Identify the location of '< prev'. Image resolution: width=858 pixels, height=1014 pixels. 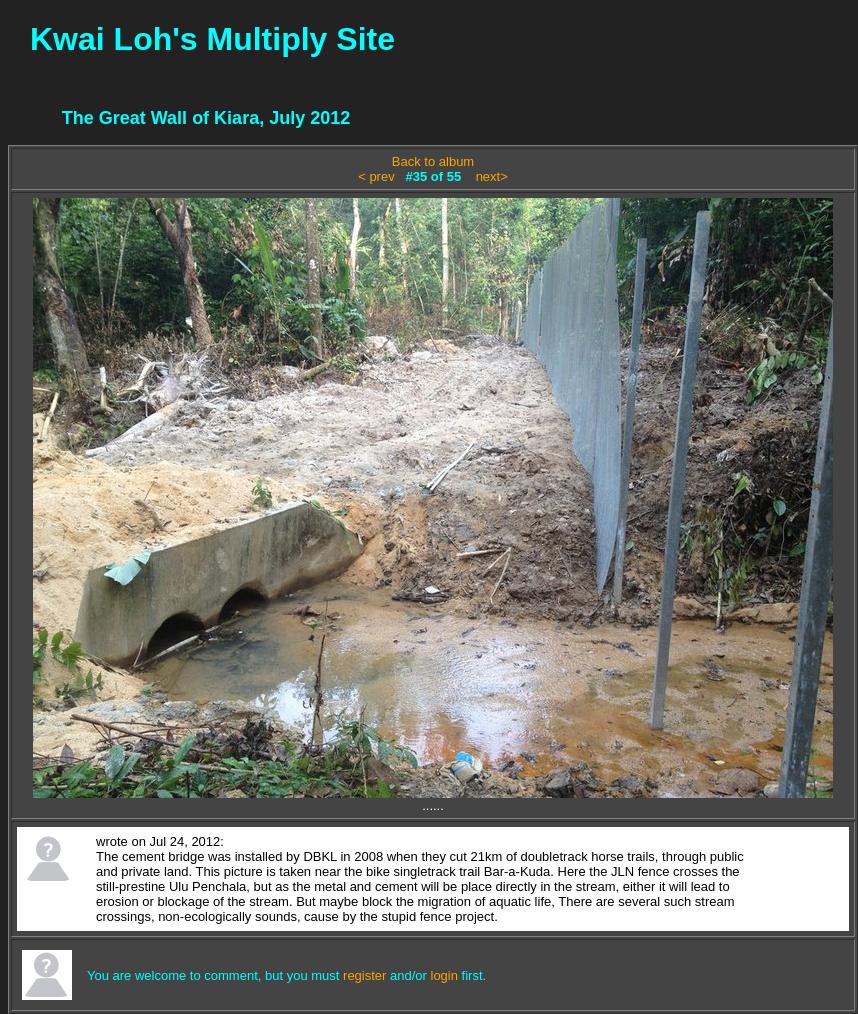
(375, 175).